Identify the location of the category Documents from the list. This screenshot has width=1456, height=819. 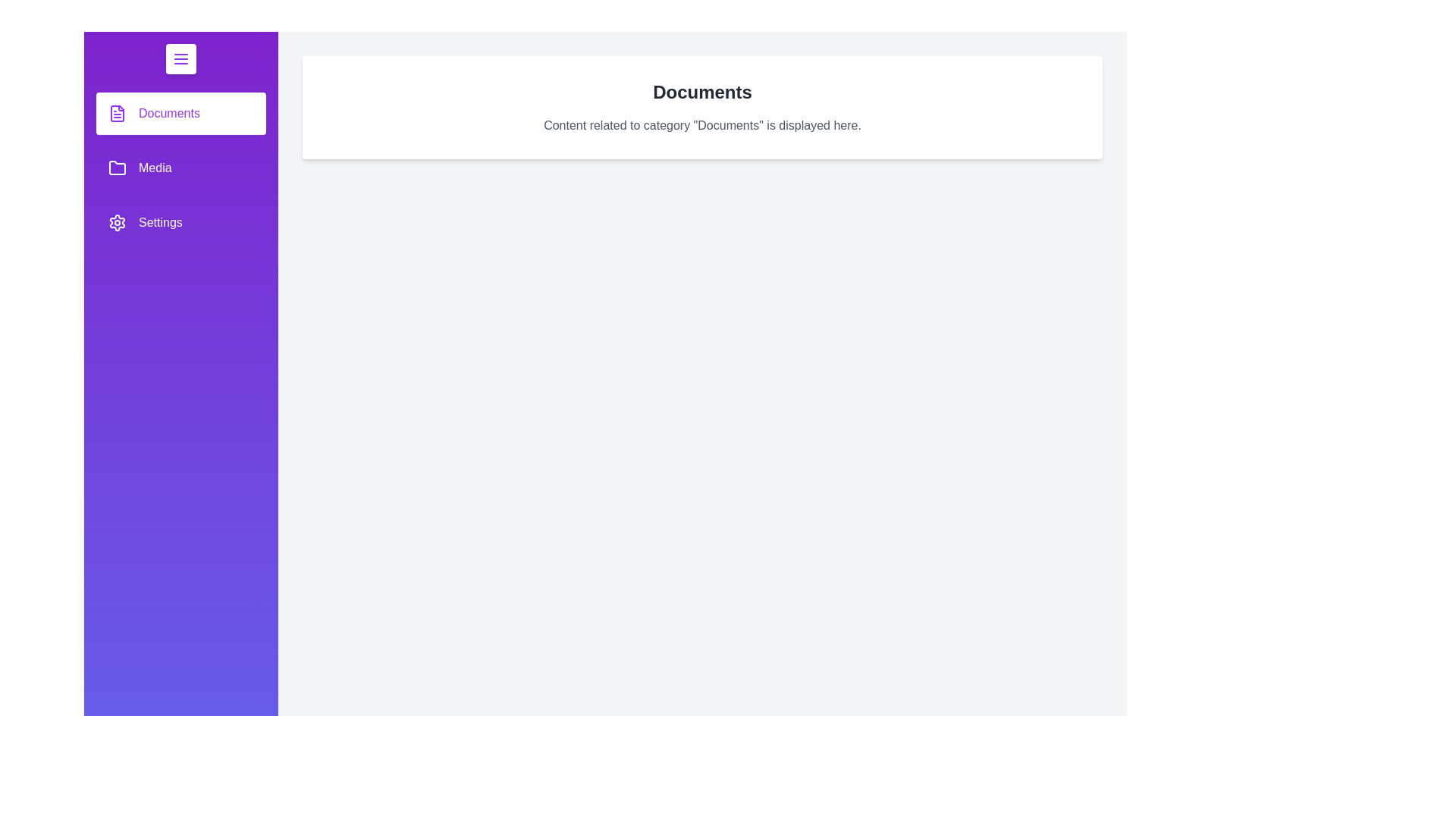
(181, 113).